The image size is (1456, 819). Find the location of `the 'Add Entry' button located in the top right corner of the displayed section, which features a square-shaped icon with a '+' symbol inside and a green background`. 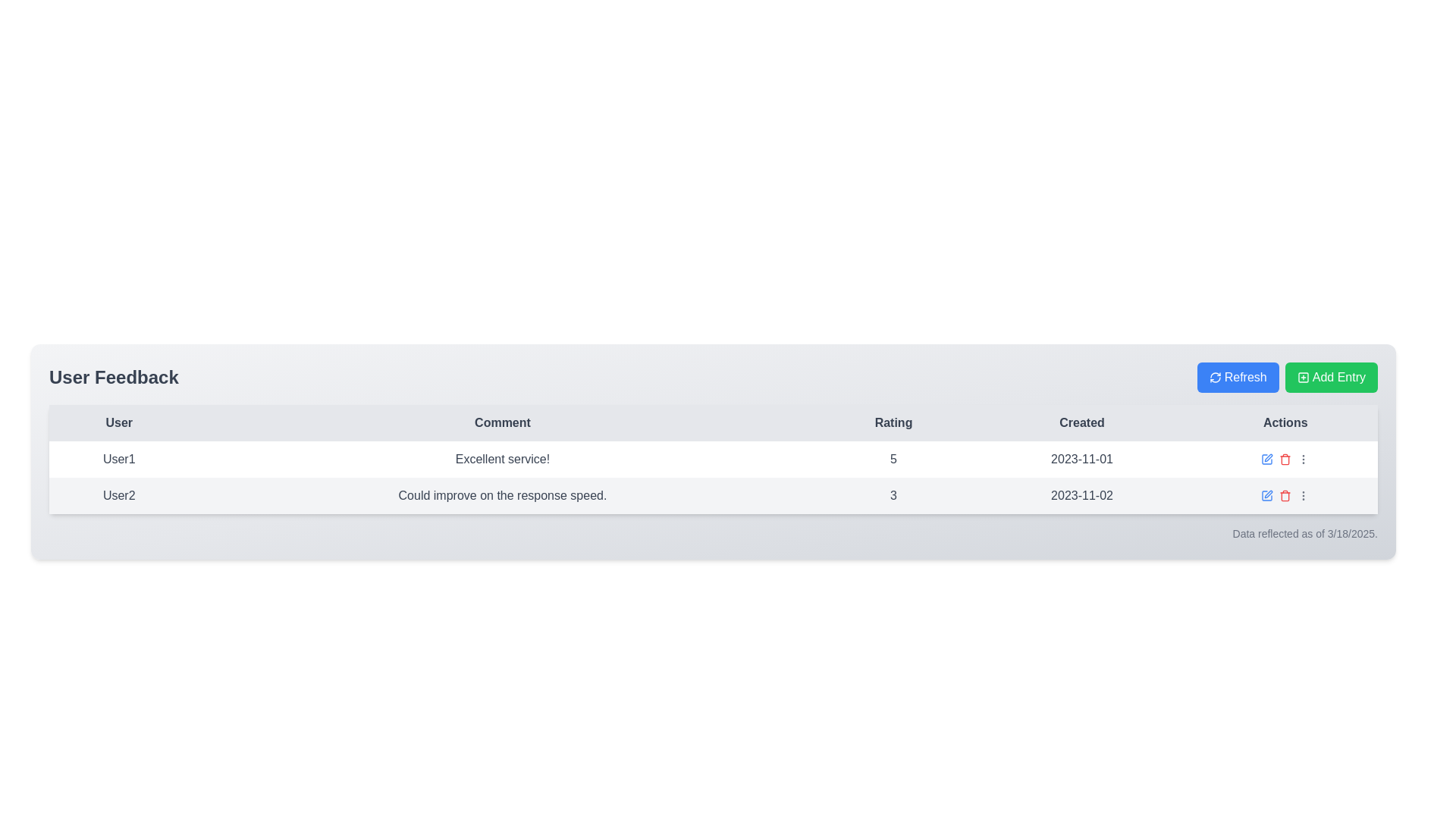

the 'Add Entry' button located in the top right corner of the displayed section, which features a square-shaped icon with a '+' symbol inside and a green background is located at coordinates (1302, 376).